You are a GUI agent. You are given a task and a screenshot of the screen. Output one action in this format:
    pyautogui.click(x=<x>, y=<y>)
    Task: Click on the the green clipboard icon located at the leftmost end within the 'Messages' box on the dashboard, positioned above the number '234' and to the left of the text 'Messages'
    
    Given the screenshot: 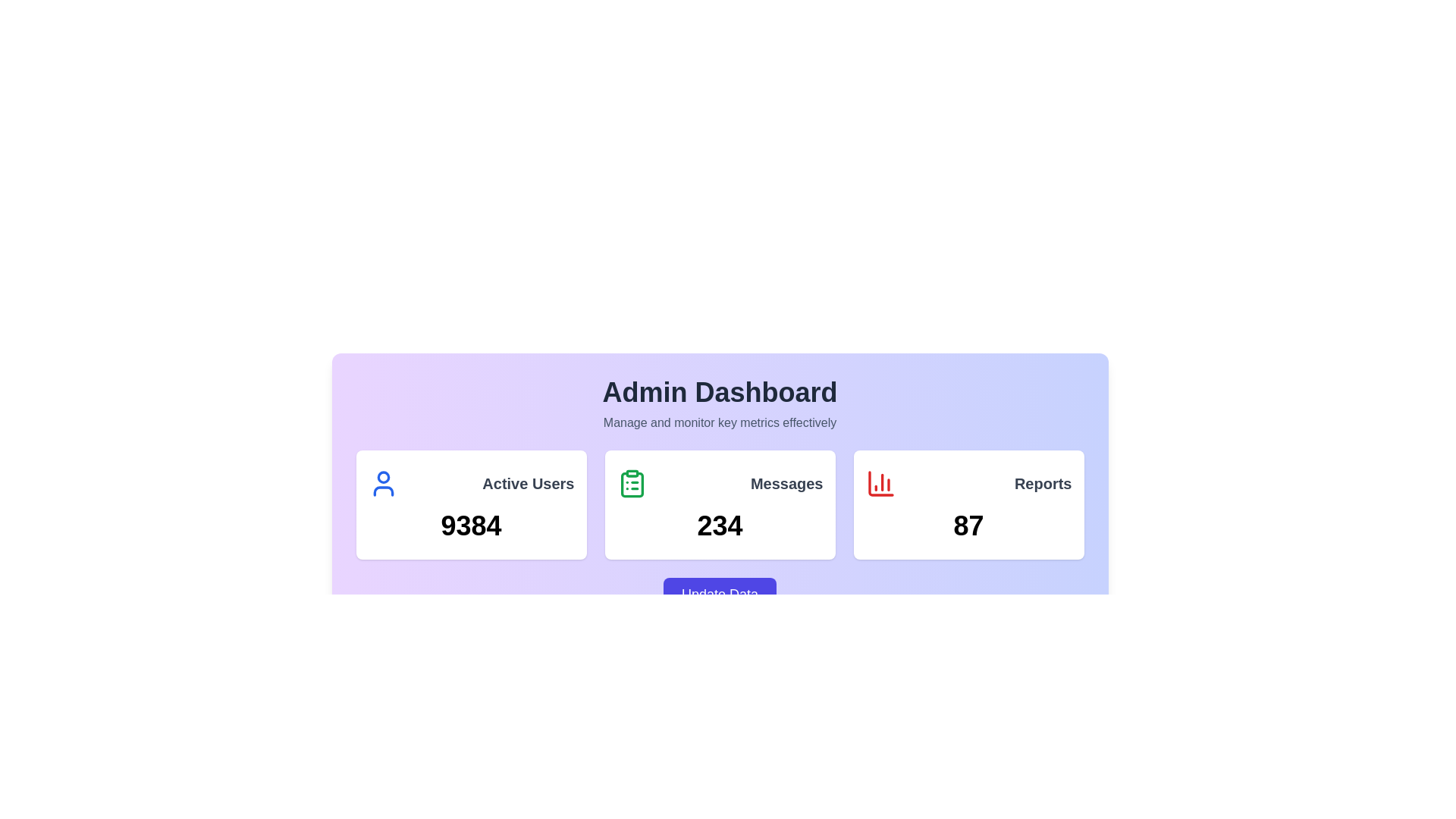 What is the action you would take?
    pyautogui.click(x=632, y=483)
    